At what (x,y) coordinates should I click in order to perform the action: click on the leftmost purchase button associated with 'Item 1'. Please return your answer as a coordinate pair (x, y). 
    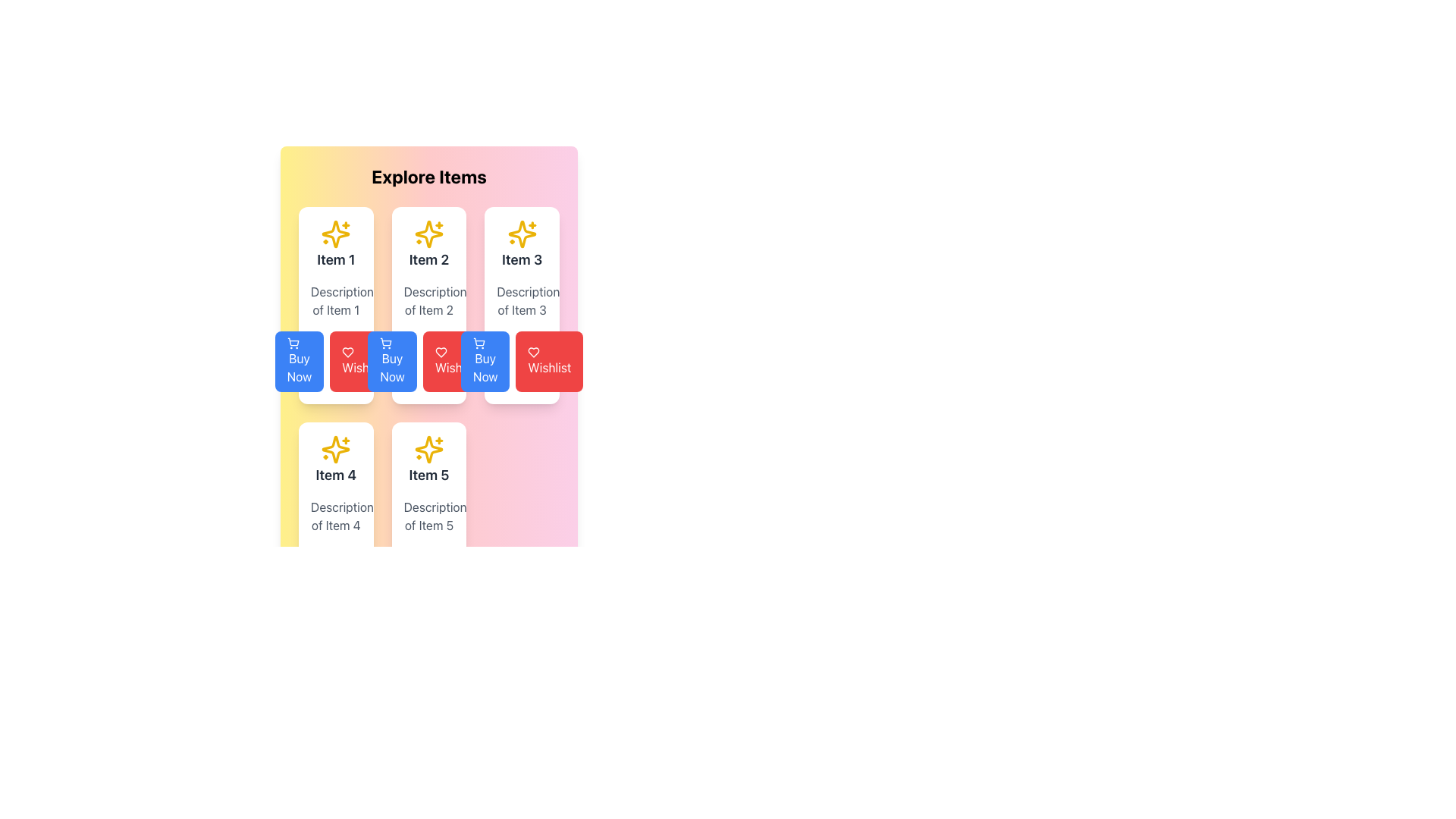
    Looking at the image, I should click on (299, 362).